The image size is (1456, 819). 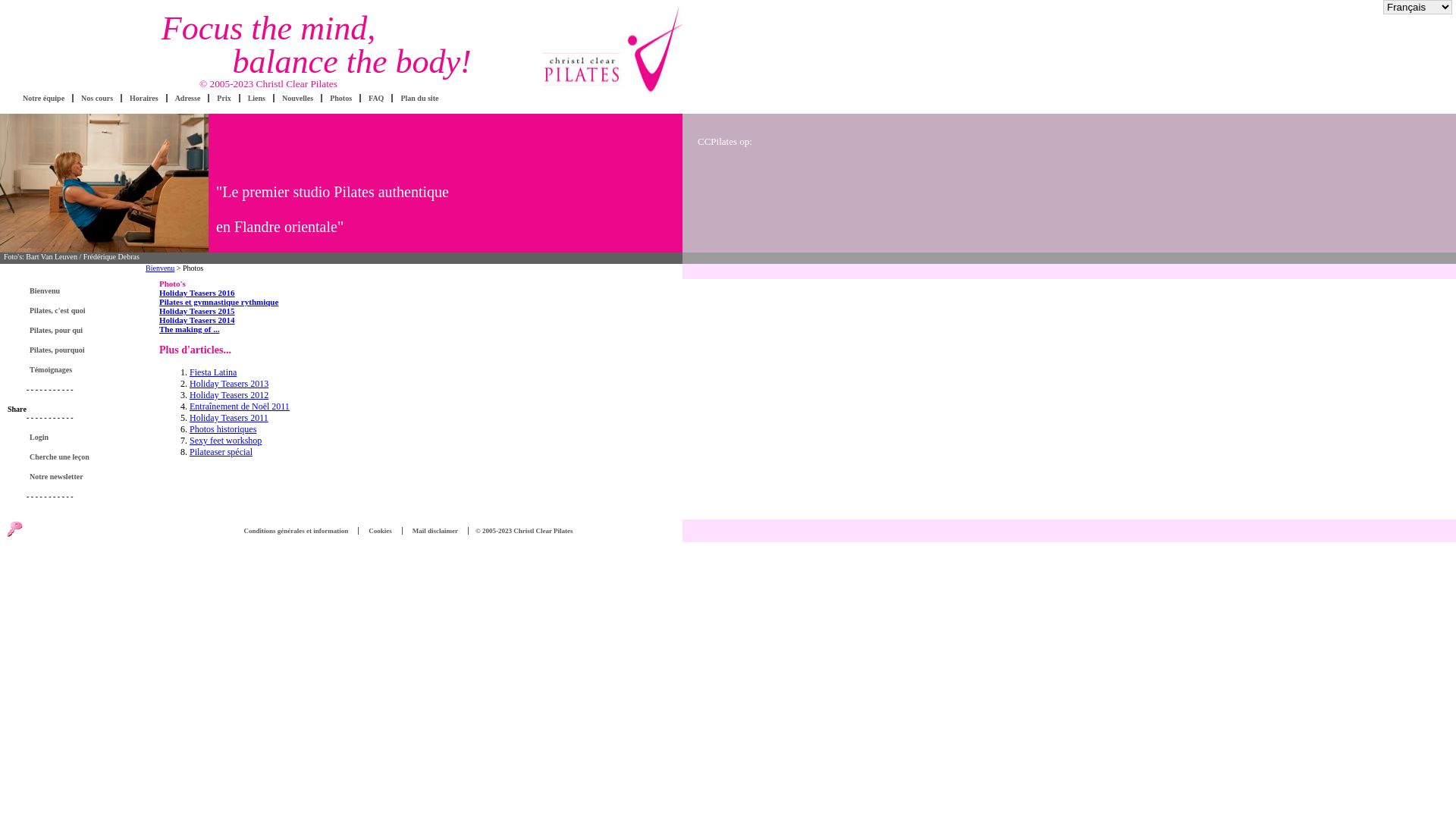 What do you see at coordinates (212, 372) in the screenshot?
I see `'Fiesta Latina'` at bounding box center [212, 372].